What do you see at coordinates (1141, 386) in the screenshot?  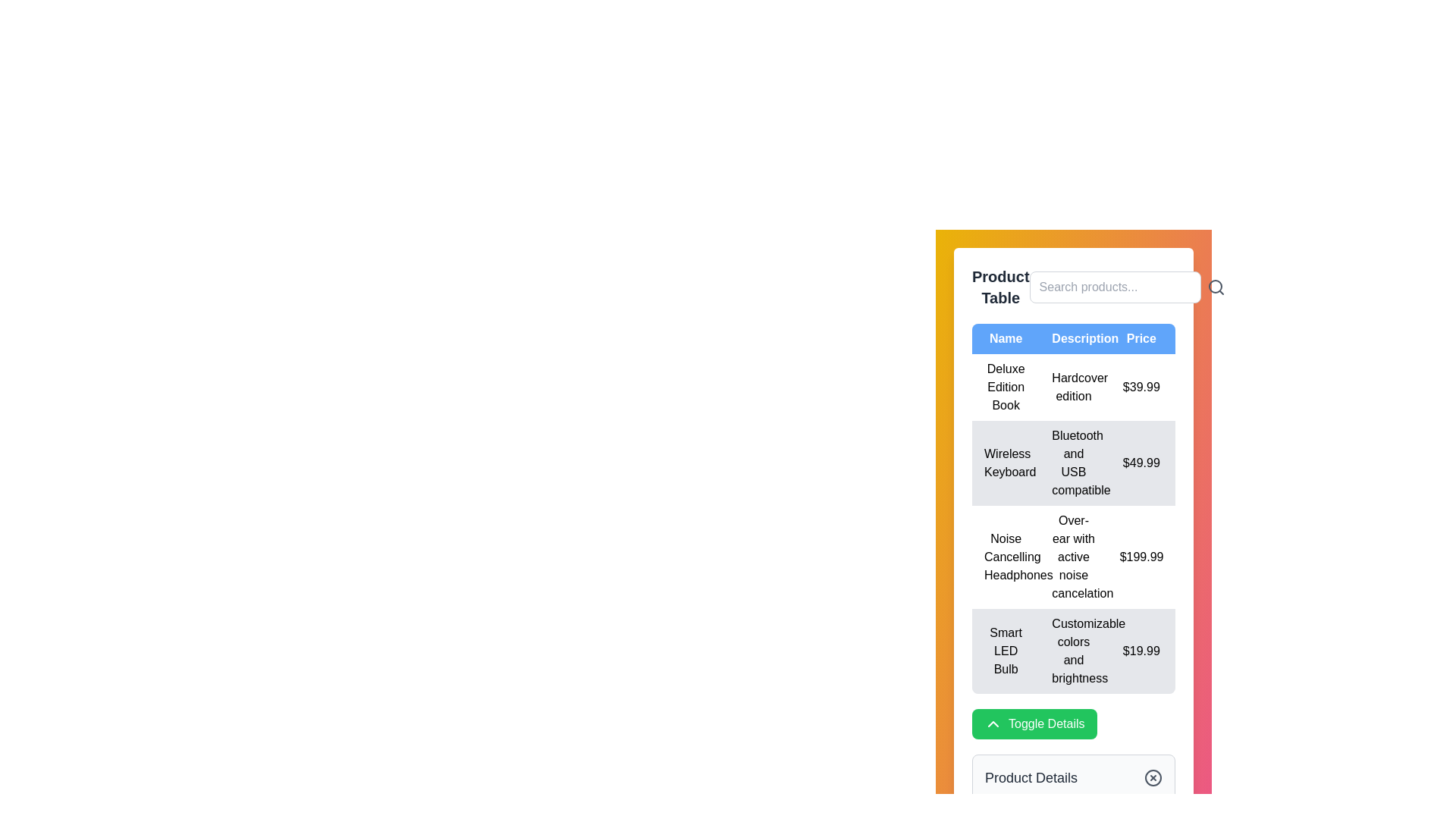 I see `text displaying the price of the 'Deluxe Edition Book' located in the third column of the first row under the 'Price' column` at bounding box center [1141, 386].